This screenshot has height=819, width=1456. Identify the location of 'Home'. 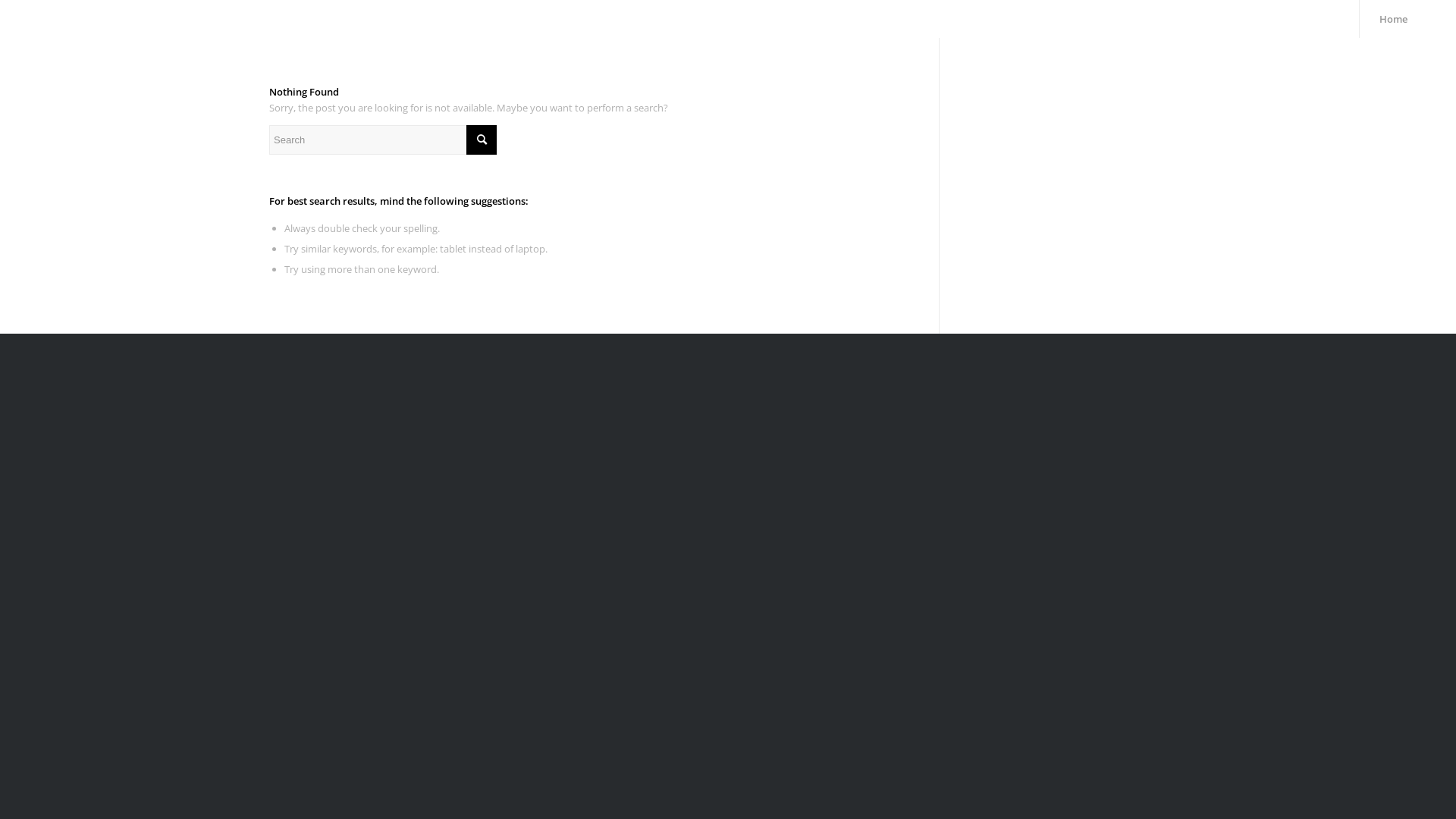
(1358, 18).